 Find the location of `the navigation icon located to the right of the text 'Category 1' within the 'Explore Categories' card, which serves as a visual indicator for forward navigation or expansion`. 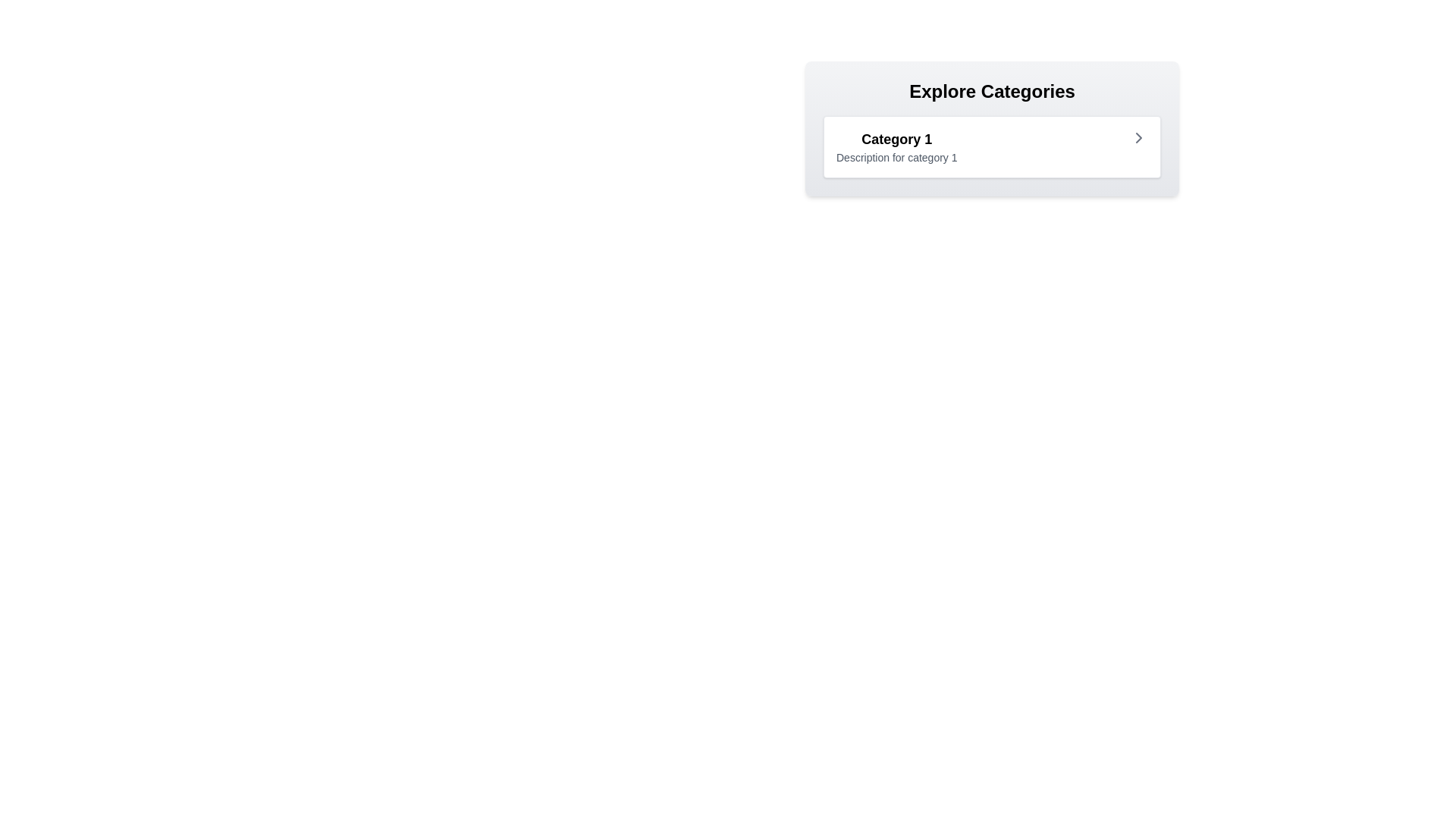

the navigation icon located to the right of the text 'Category 1' within the 'Explore Categories' card, which serves as a visual indicator for forward navigation or expansion is located at coordinates (1139, 137).